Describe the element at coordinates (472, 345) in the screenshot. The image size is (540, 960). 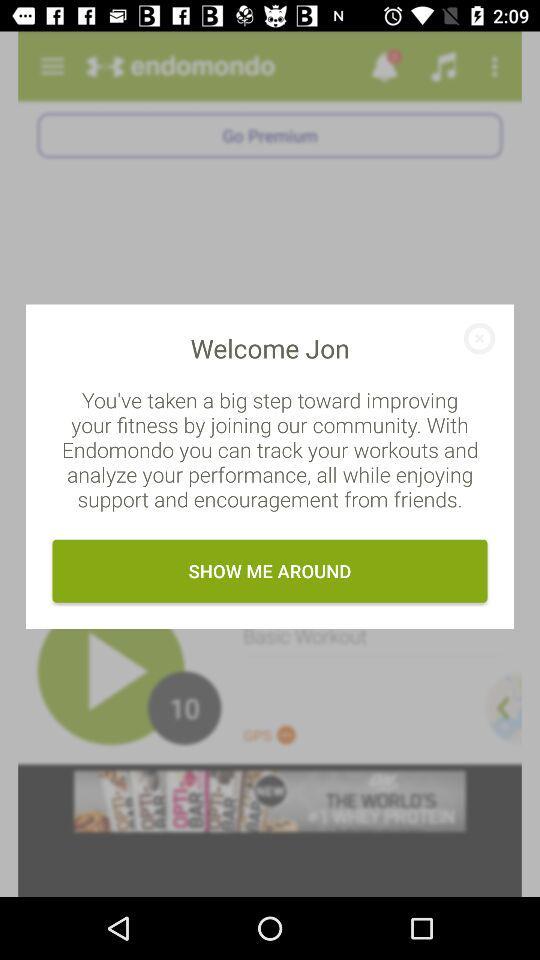
I see `the close icon` at that location.